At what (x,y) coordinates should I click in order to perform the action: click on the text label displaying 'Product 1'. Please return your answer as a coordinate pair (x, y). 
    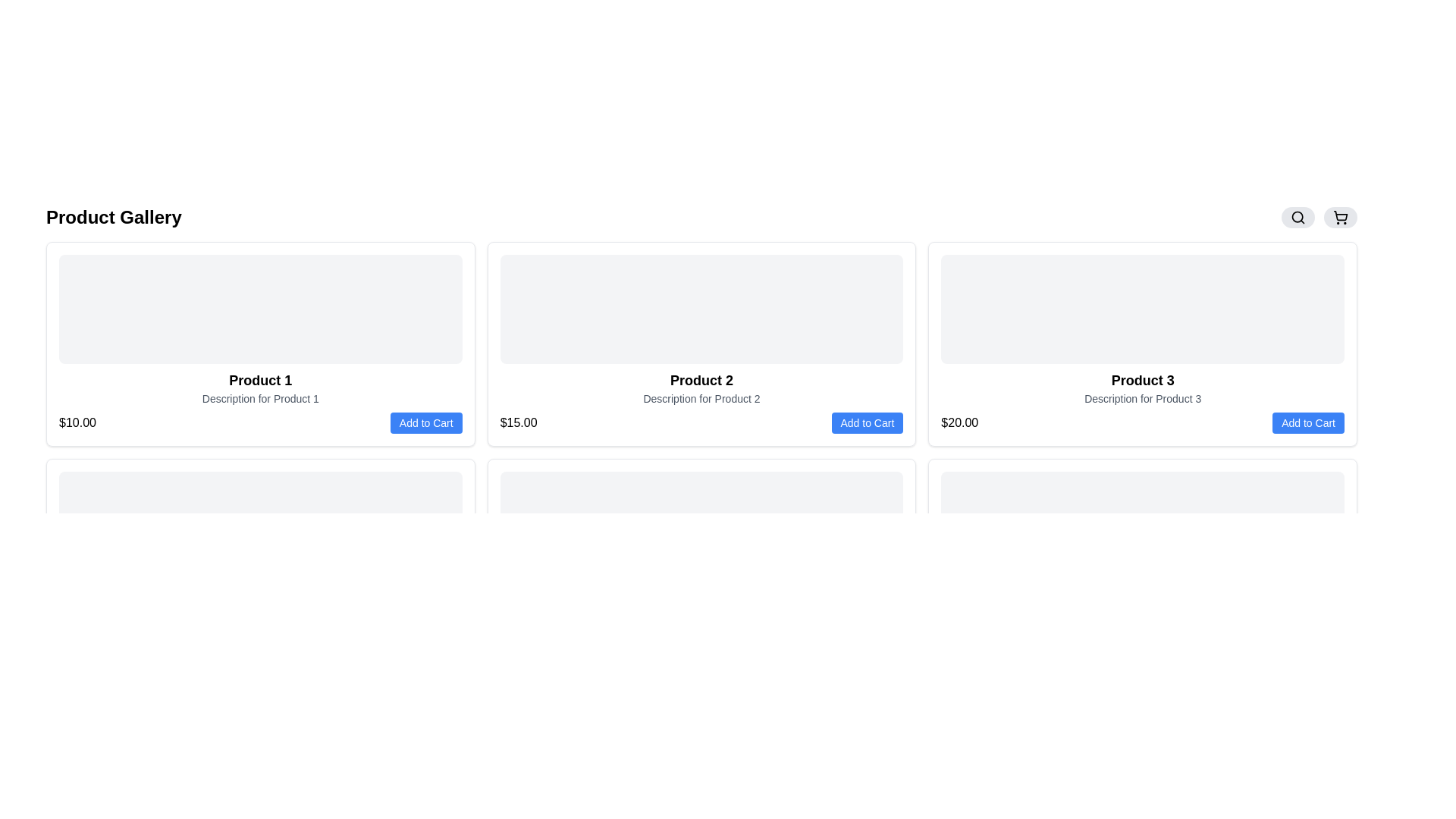
    Looking at the image, I should click on (260, 379).